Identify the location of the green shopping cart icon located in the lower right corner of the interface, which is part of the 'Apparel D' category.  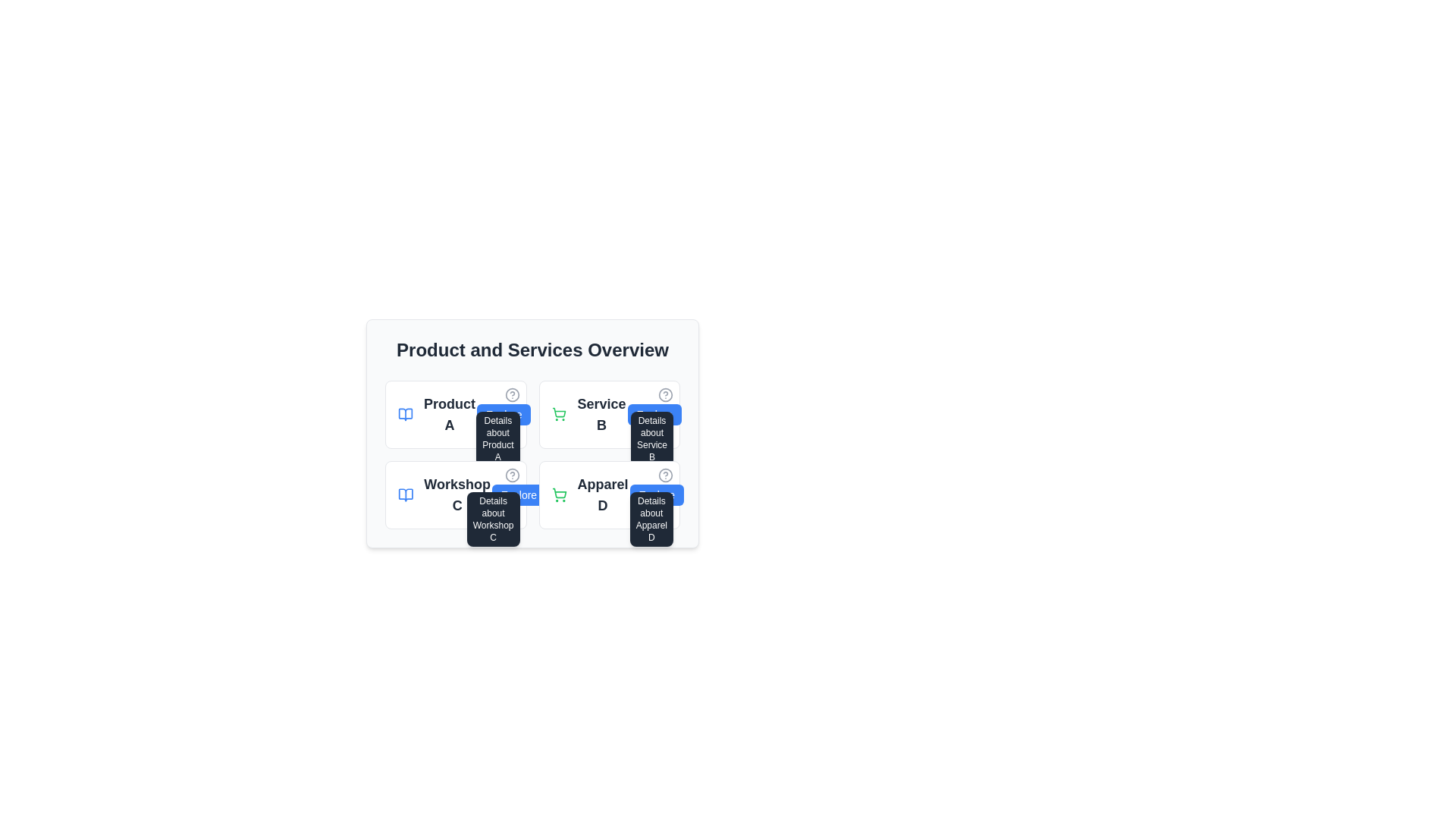
(558, 413).